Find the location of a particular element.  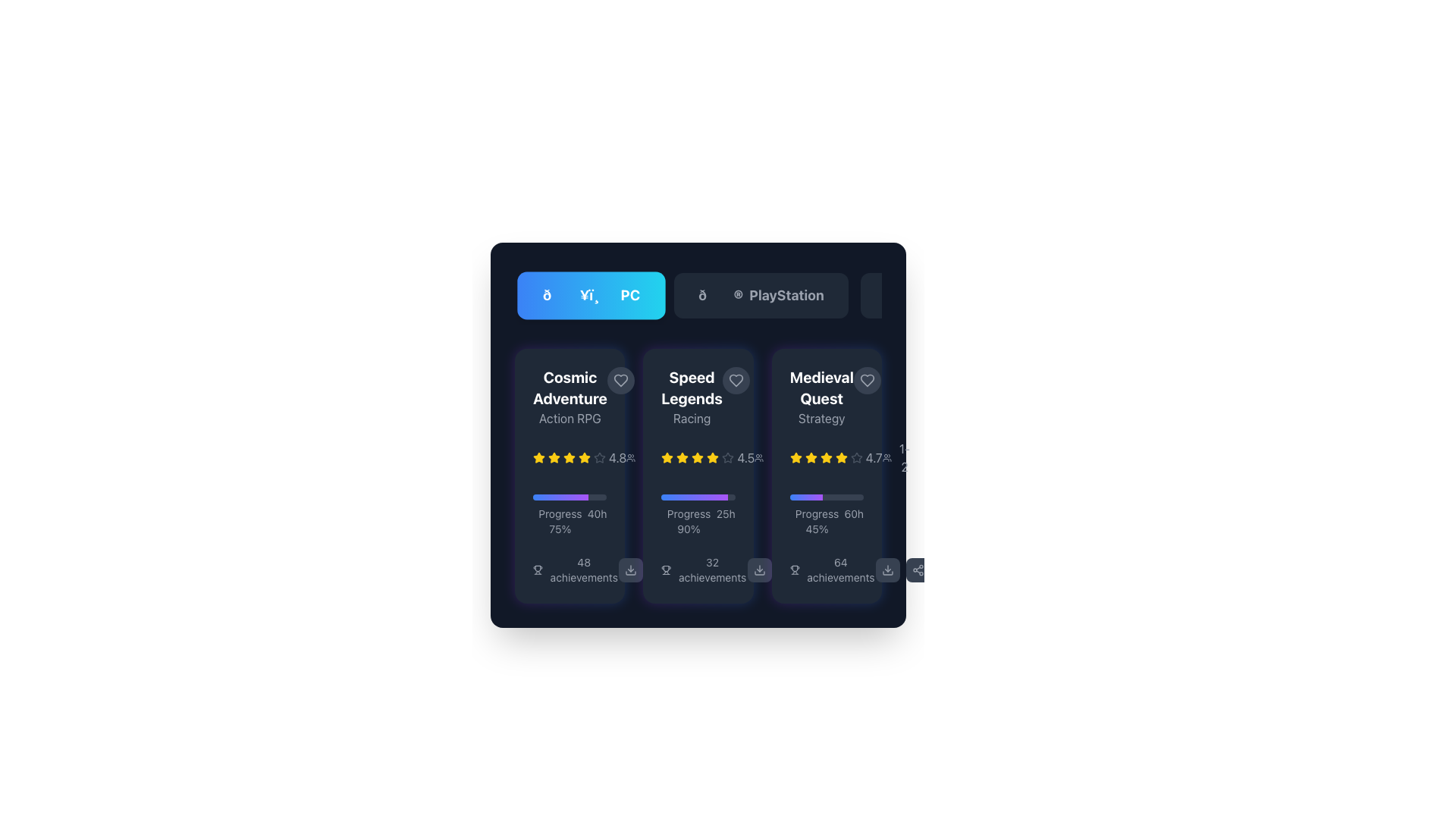

the third yellow star icon in the 'Speed Legends' section to rate or interact is located at coordinates (712, 457).